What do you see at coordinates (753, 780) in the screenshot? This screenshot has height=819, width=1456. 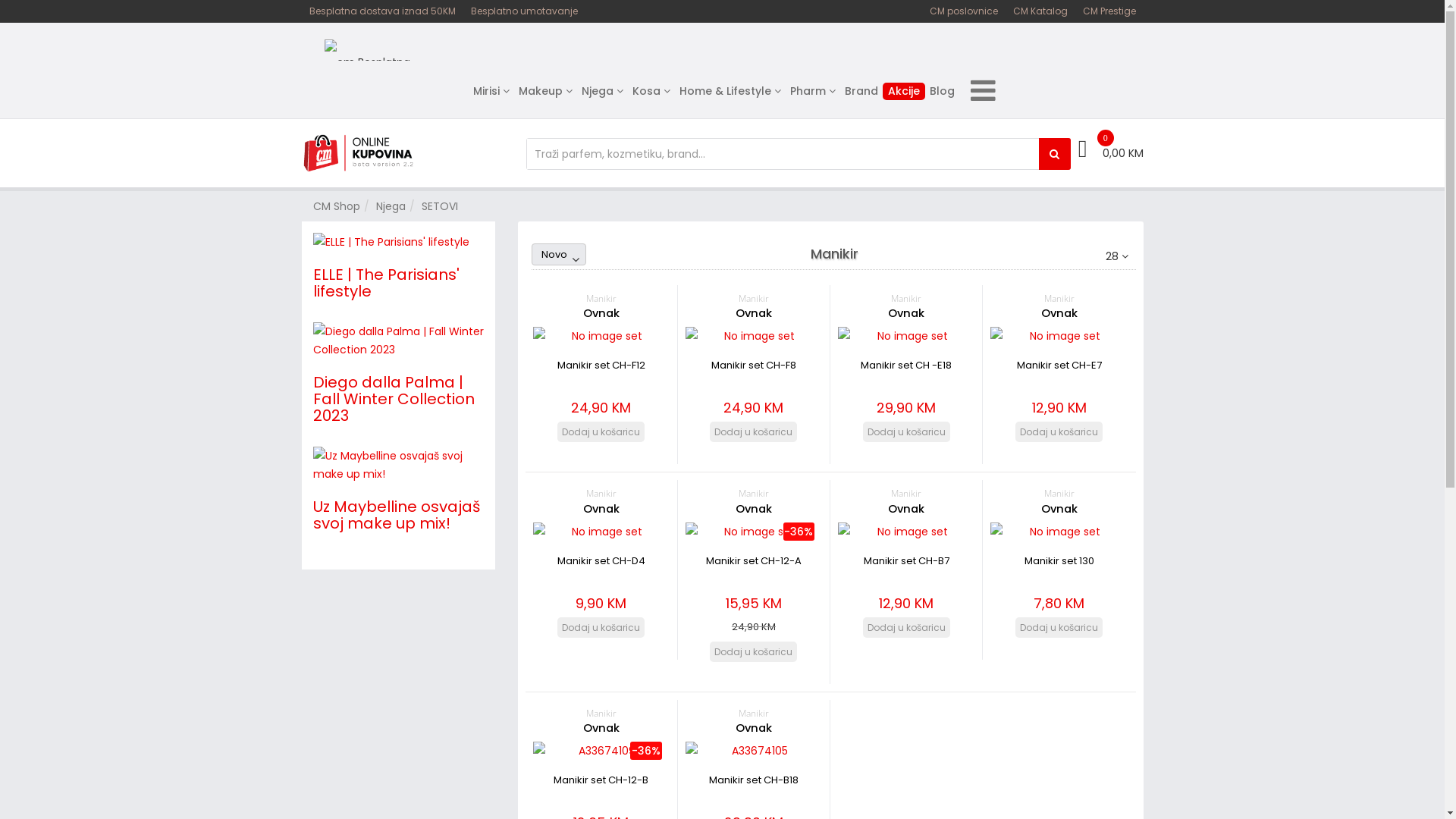 I see `'Manikir set CH-B18'` at bounding box center [753, 780].